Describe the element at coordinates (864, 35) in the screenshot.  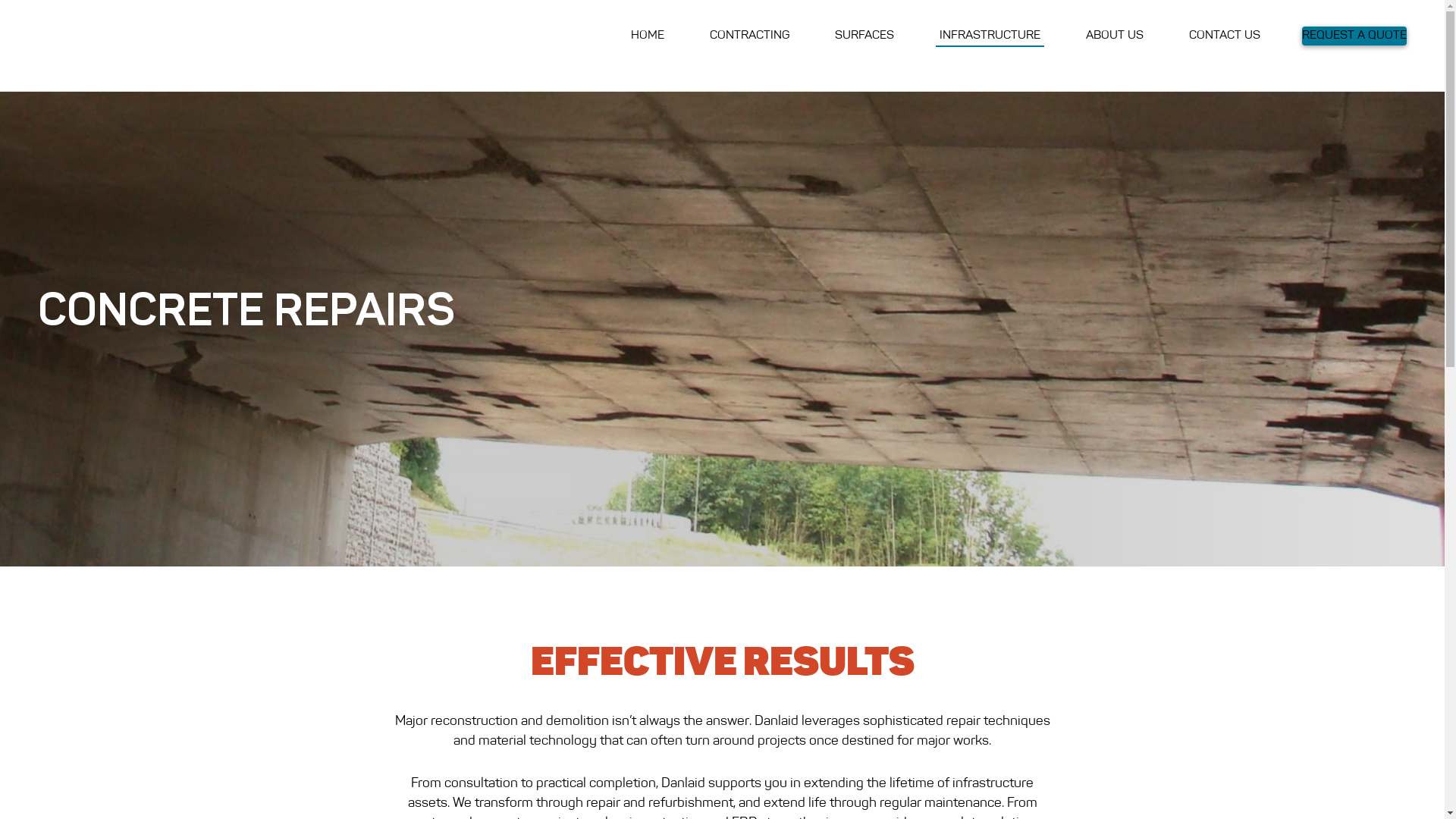
I see `'SURFACES'` at that location.